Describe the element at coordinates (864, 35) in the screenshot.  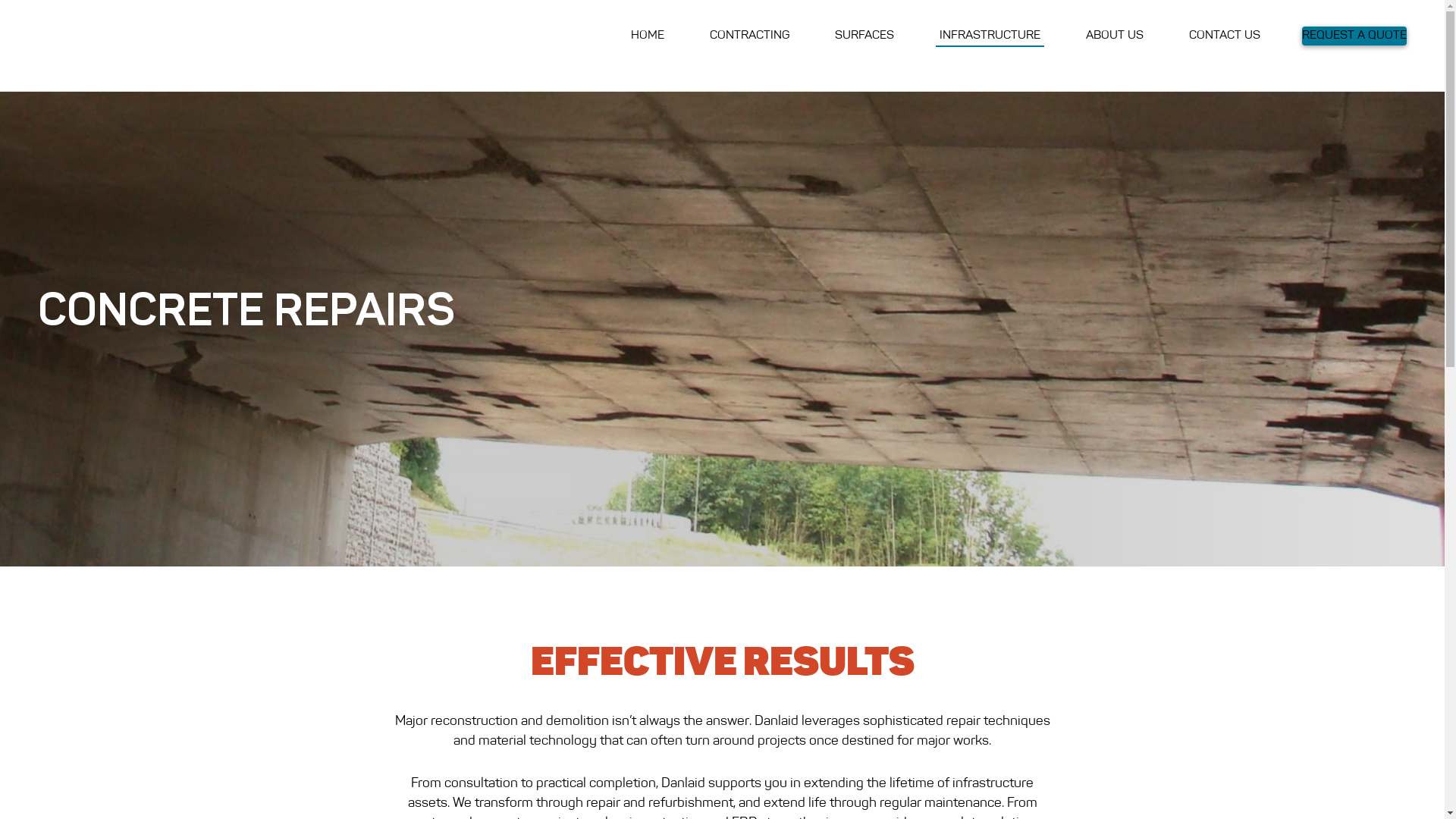
I see `'SURFACES'` at that location.